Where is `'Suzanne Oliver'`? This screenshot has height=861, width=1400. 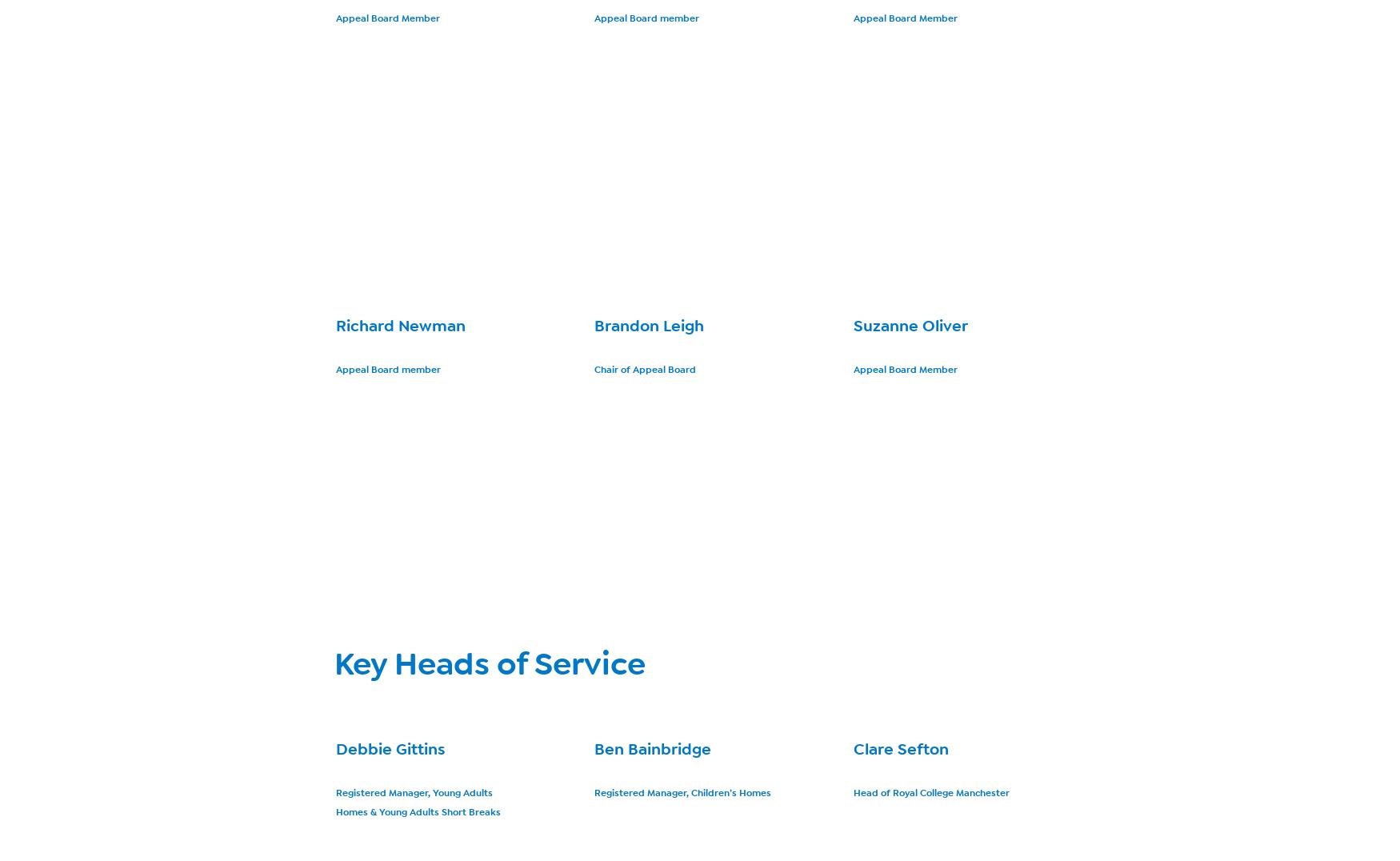 'Suzanne Oliver' is located at coordinates (909, 326).